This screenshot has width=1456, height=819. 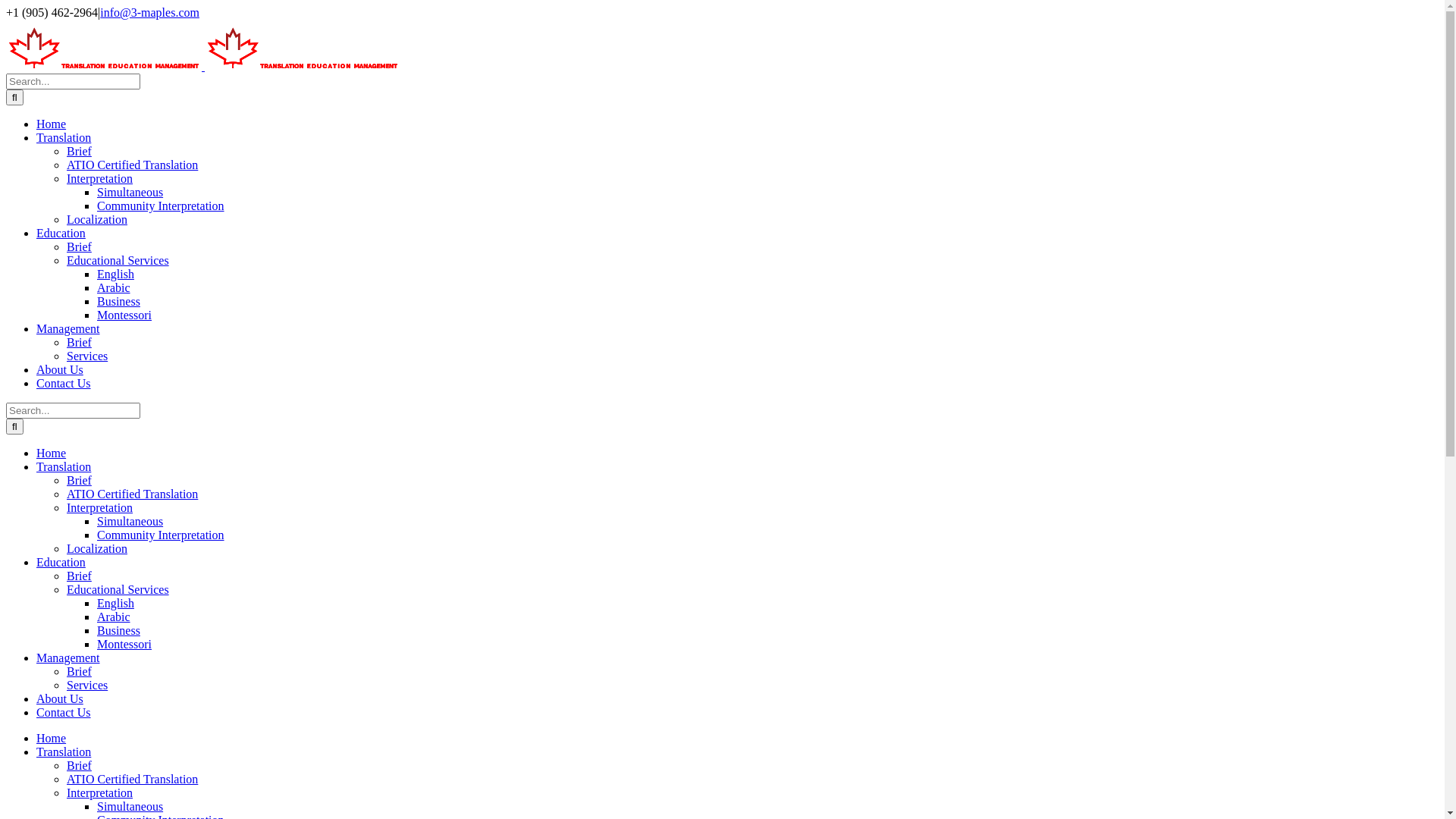 I want to click on 'Education', so click(x=61, y=233).